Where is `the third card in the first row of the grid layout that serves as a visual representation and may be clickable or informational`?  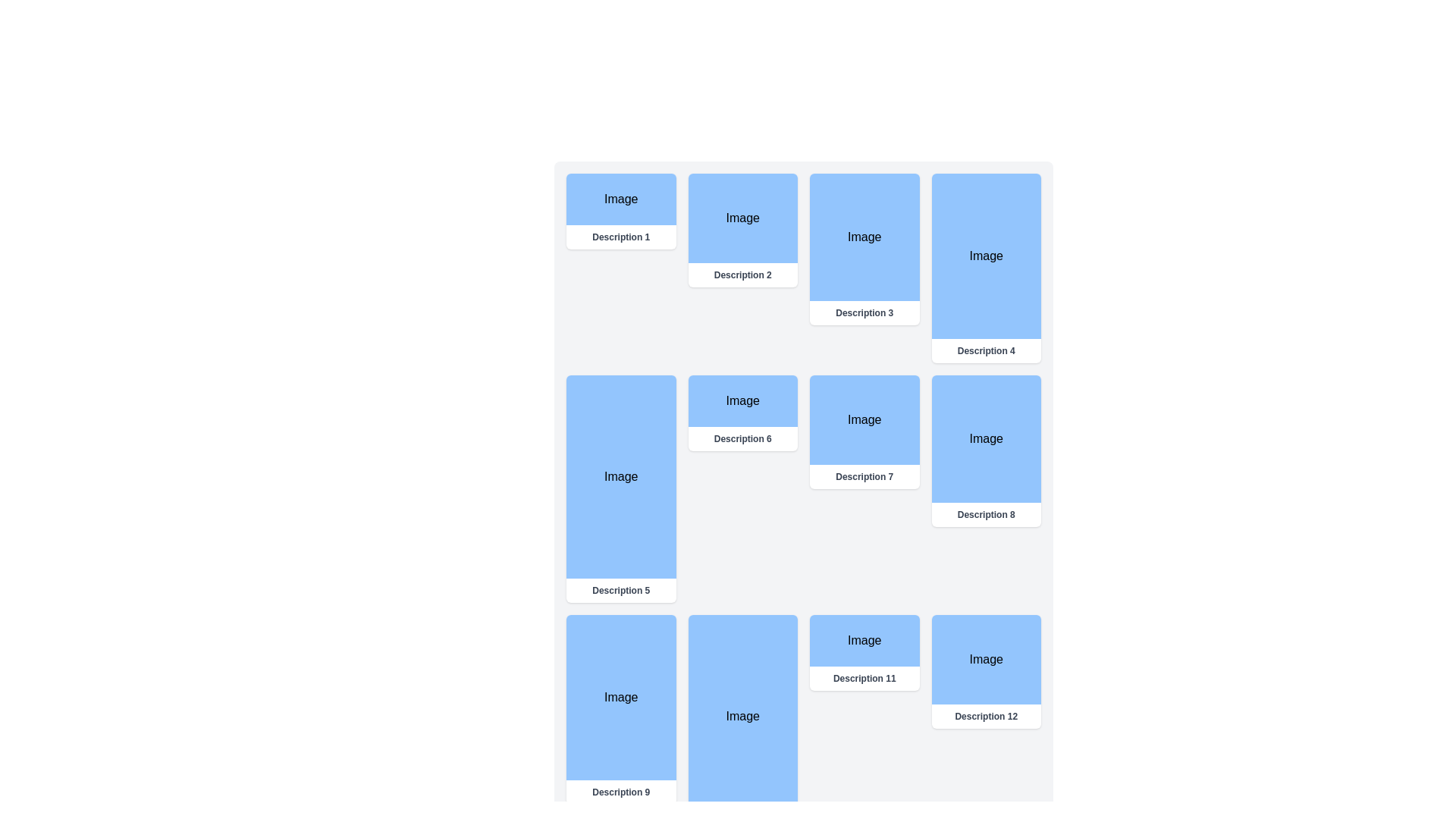
the third card in the first row of the grid layout that serves as a visual representation and may be clickable or informational is located at coordinates (864, 248).